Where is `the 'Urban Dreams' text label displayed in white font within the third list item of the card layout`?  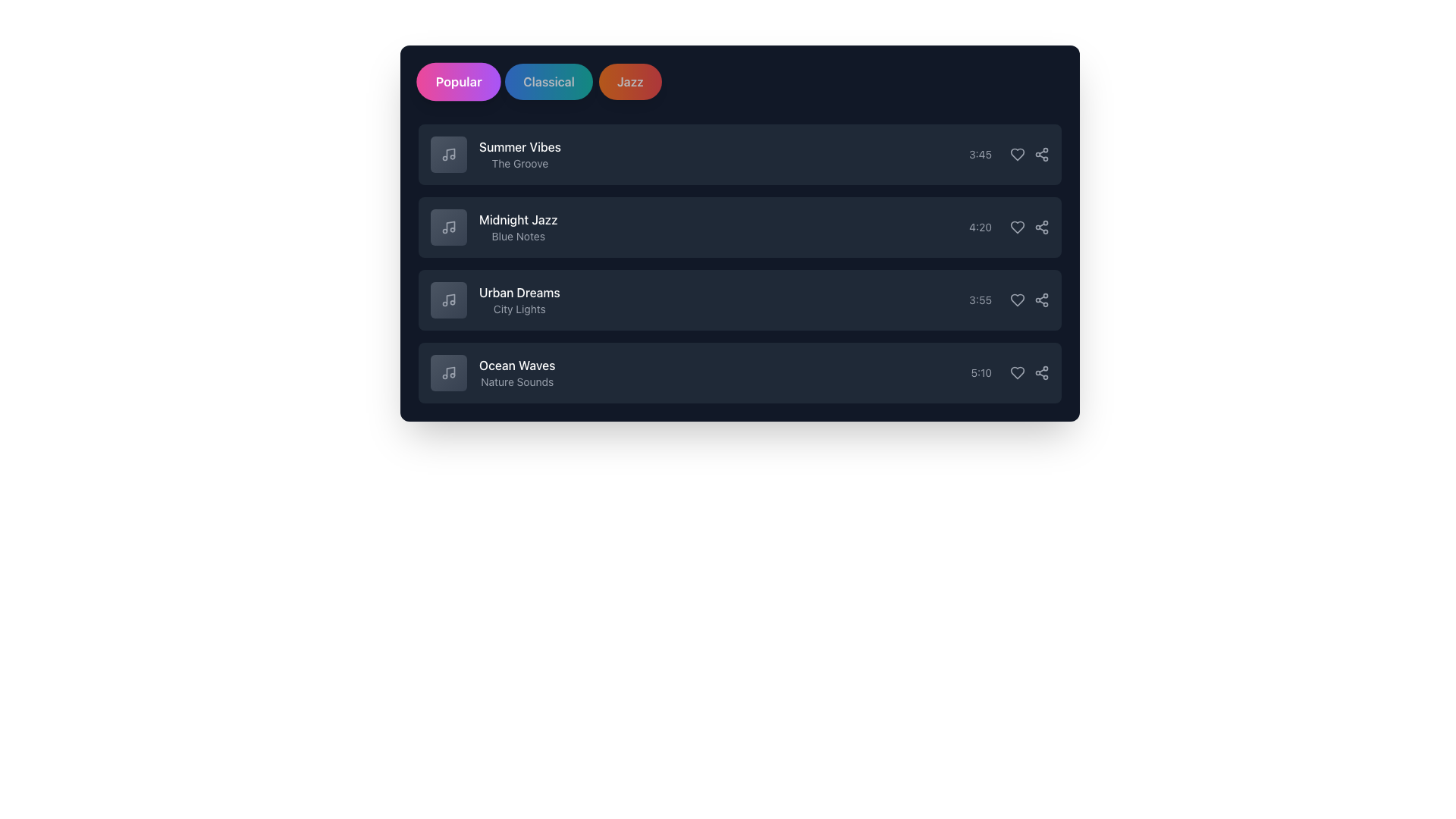 the 'Urban Dreams' text label displayed in white font within the third list item of the card layout is located at coordinates (519, 292).